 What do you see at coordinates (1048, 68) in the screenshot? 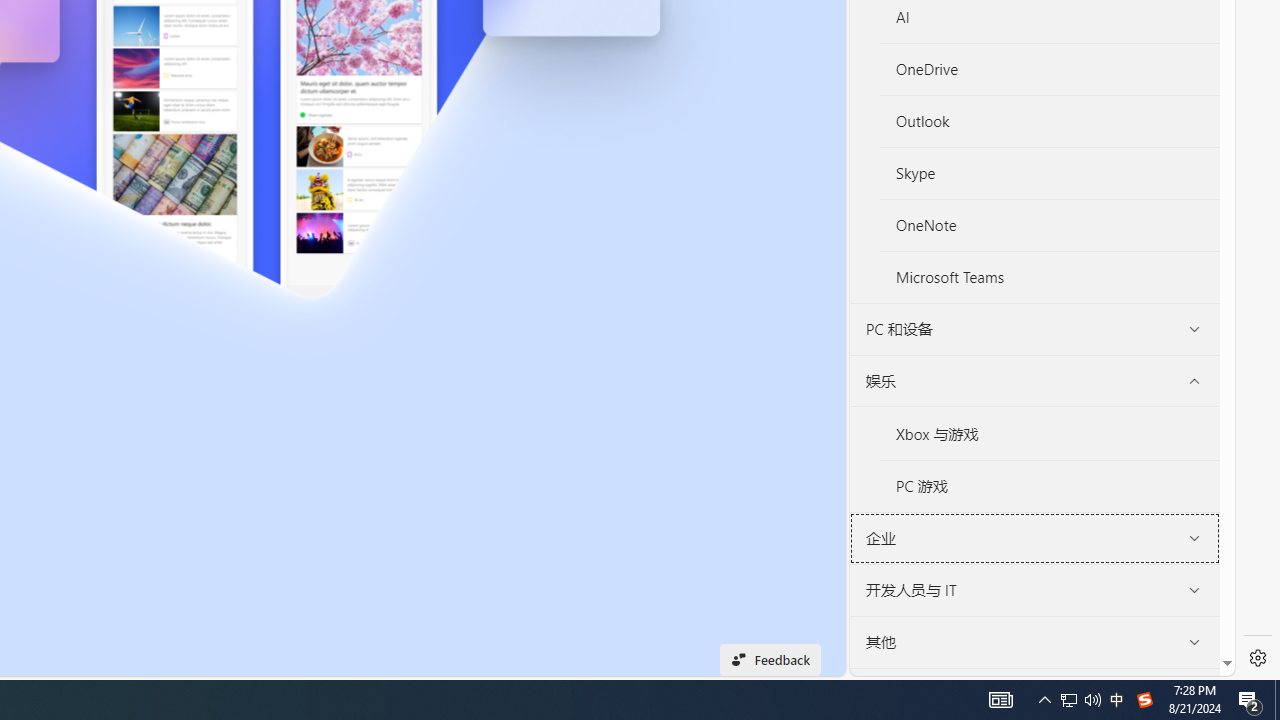
I see `'OneDrive'` at bounding box center [1048, 68].